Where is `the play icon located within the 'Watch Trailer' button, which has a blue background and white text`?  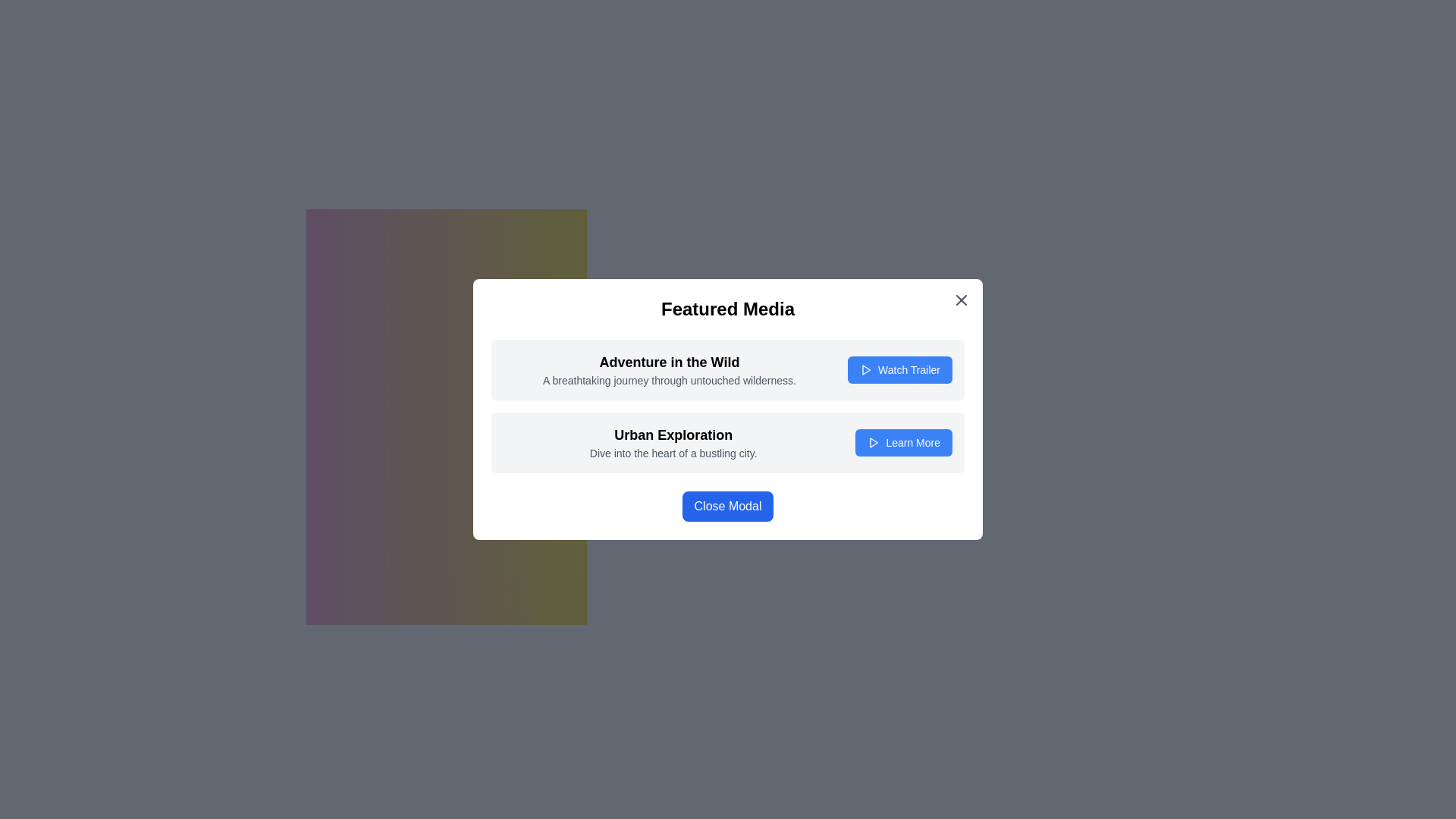
the play icon located within the 'Watch Trailer' button, which has a blue background and white text is located at coordinates (866, 370).